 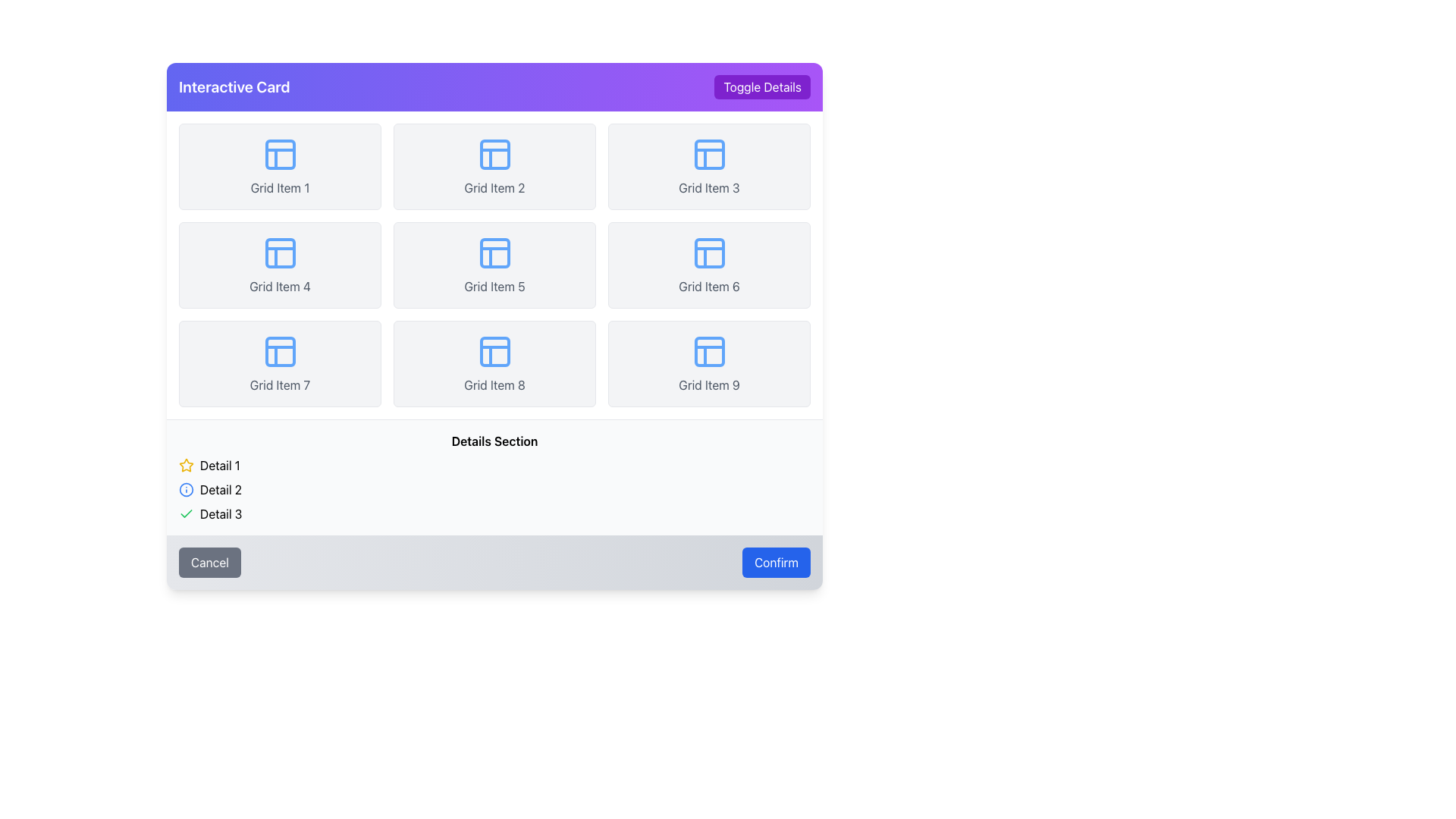 I want to click on the top-left portion of the graphical icon representing Grid Item 1, which indicates a layout structure, so click(x=280, y=155).